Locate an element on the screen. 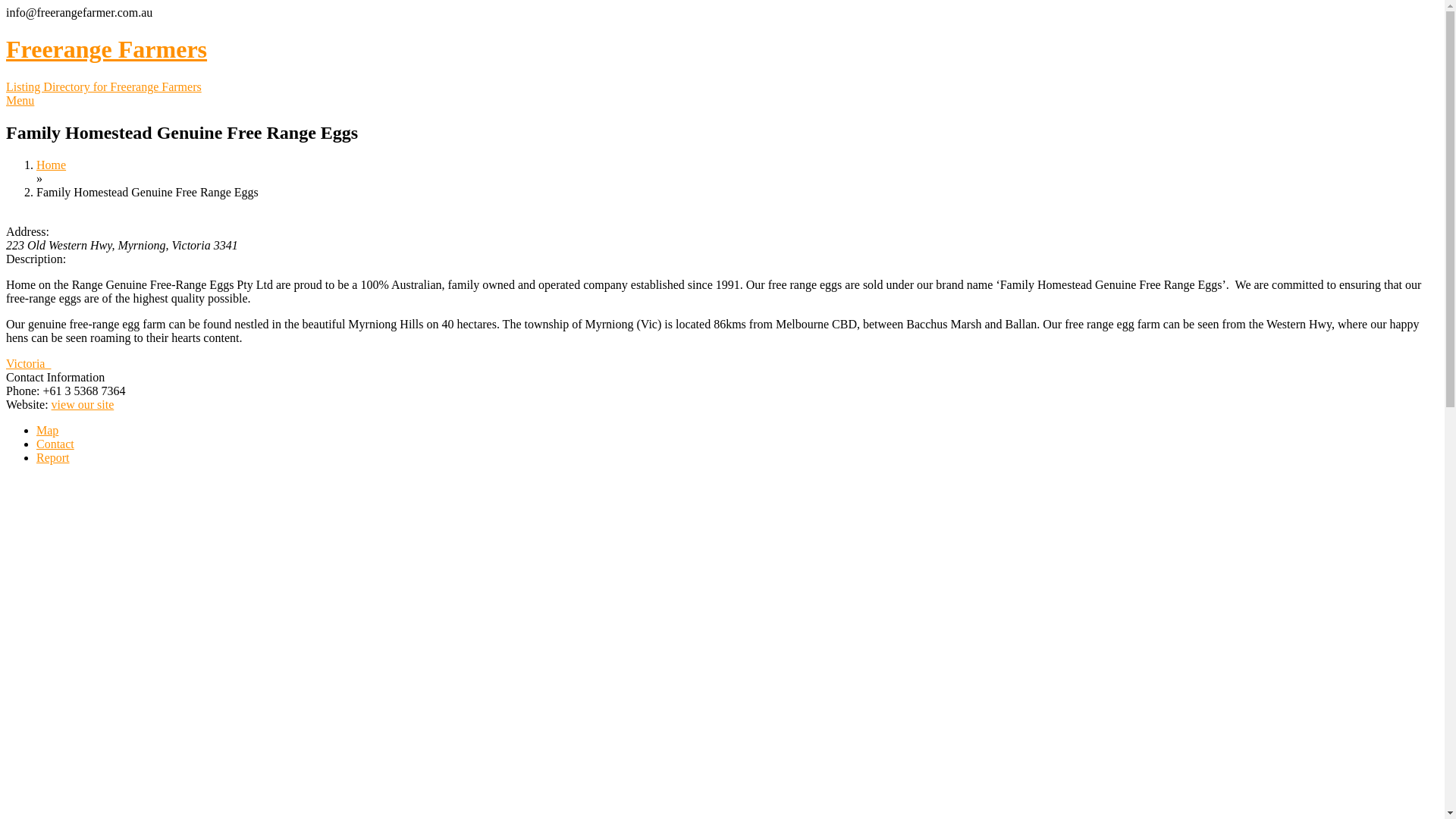 The image size is (1456, 819). 'view our site' is located at coordinates (82, 403).